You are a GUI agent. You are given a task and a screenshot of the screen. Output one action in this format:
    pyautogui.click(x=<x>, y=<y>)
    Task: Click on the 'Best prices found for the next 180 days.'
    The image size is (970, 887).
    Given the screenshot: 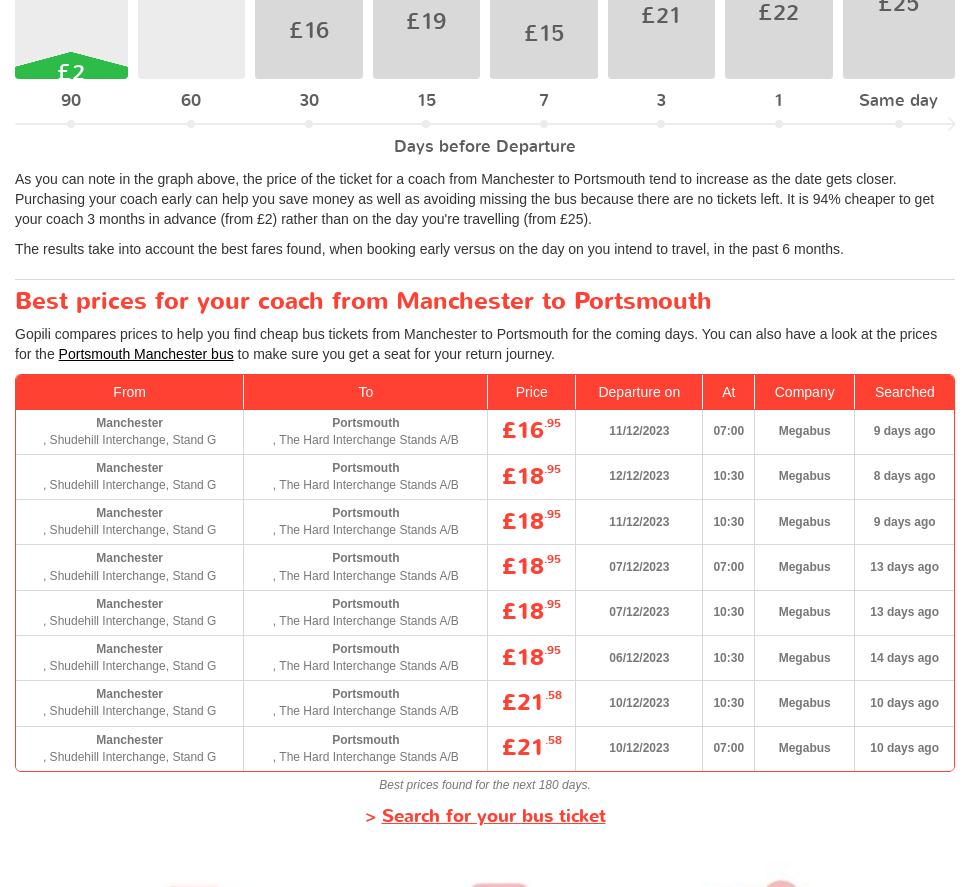 What is the action you would take?
    pyautogui.click(x=483, y=783)
    